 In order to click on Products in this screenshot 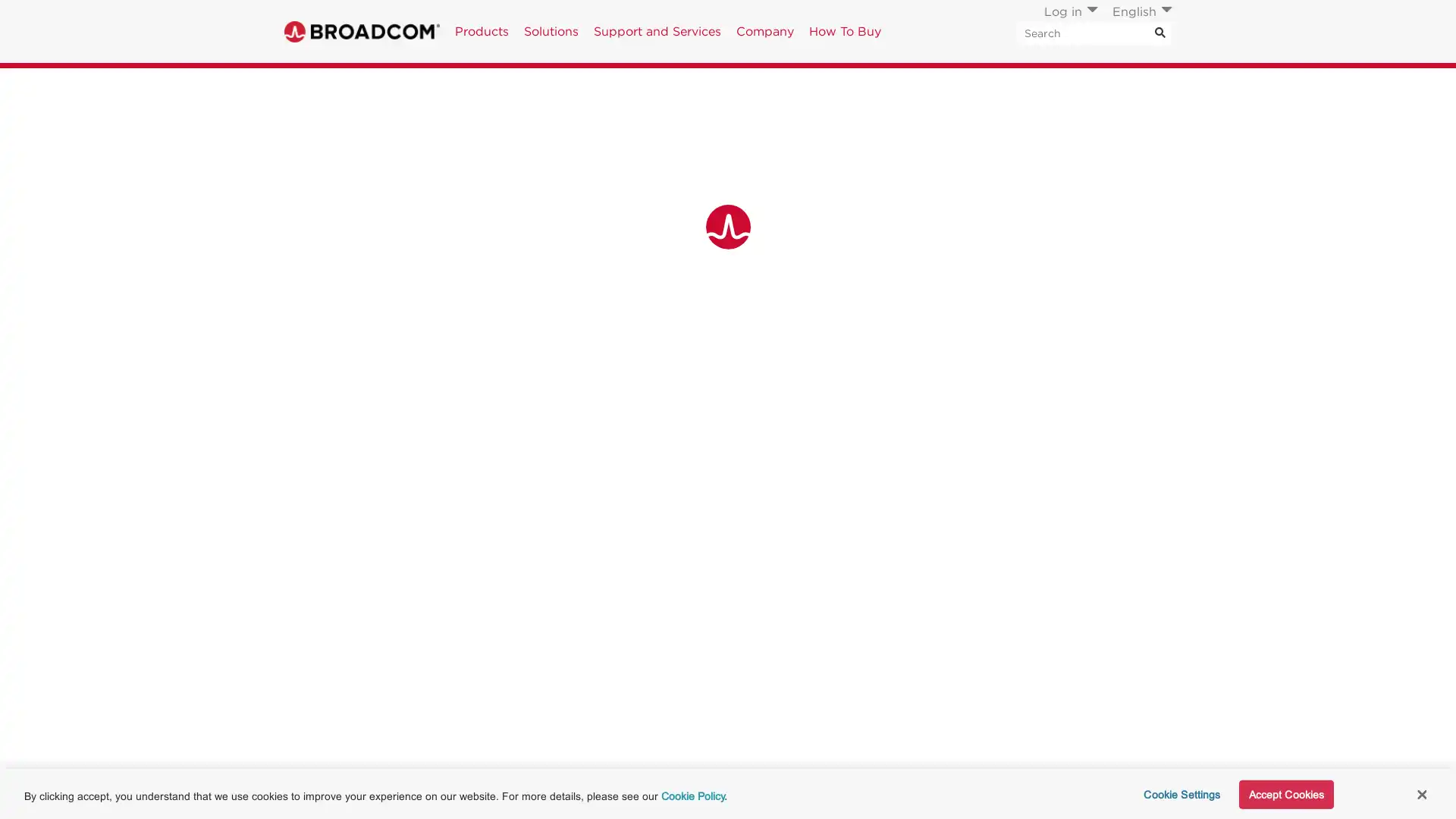, I will do `click(481, 31)`.